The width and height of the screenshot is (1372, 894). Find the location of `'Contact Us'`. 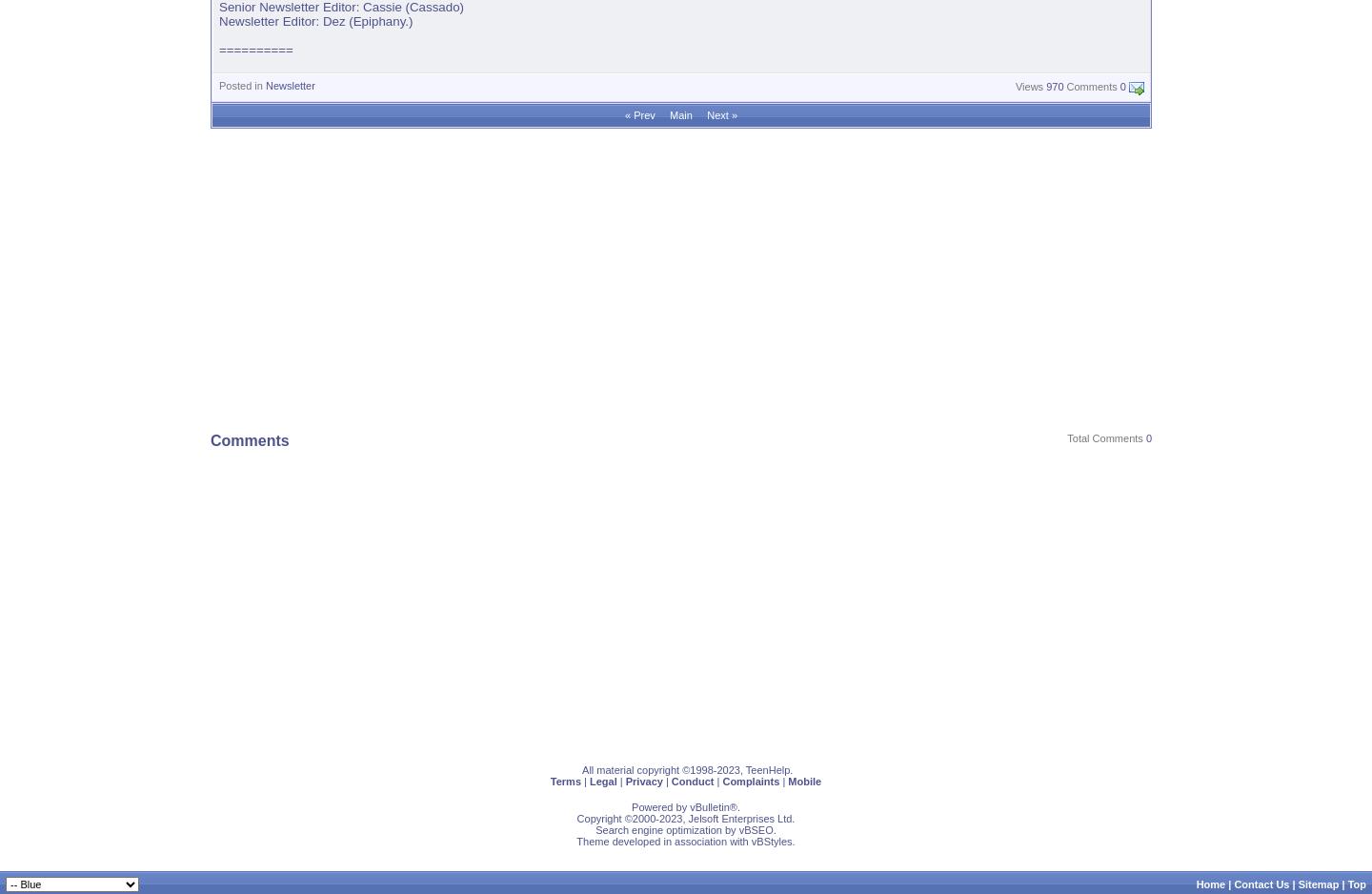

'Contact Us' is located at coordinates (1260, 883).